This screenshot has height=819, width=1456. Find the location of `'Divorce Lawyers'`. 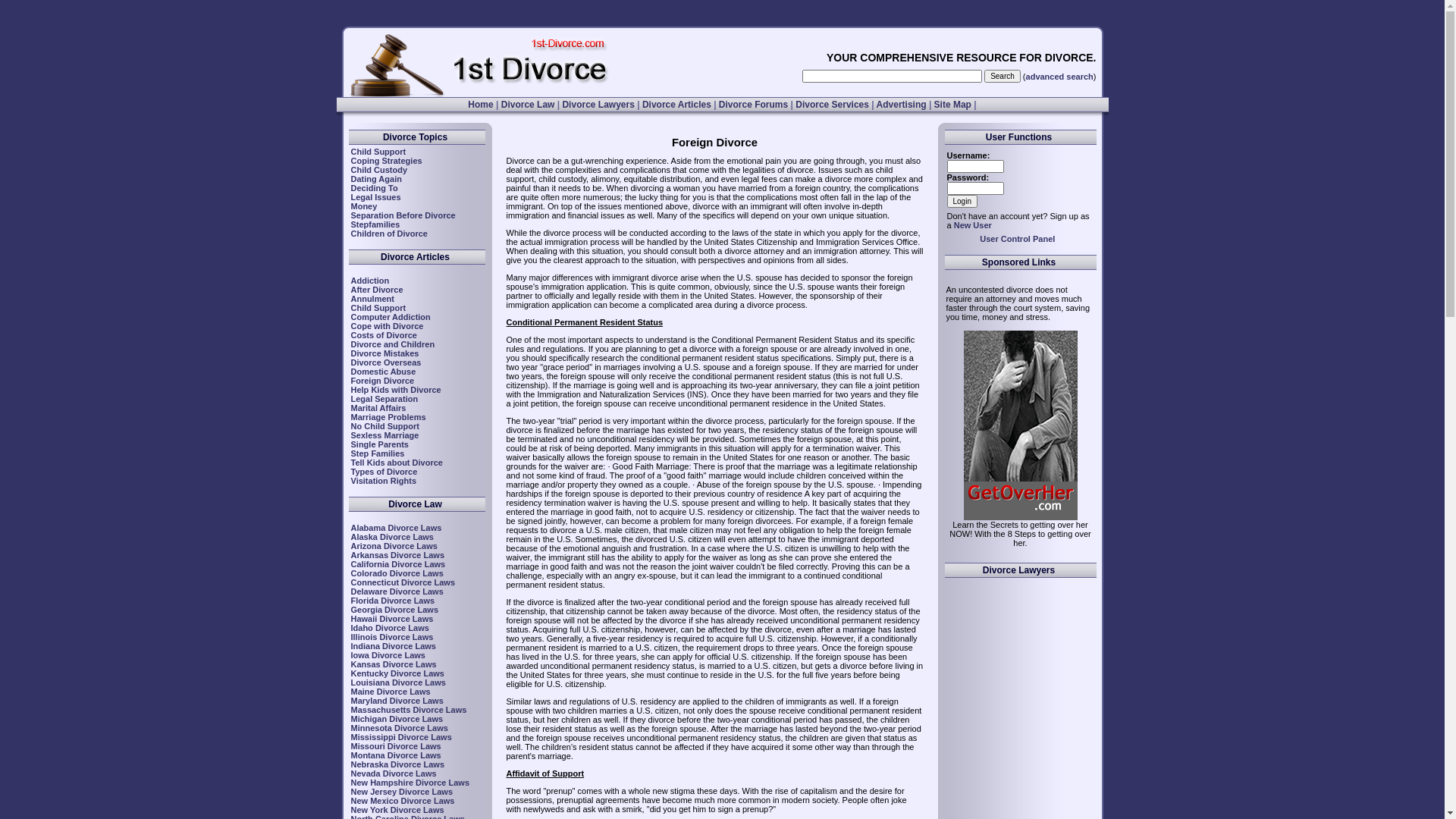

'Divorce Lawyers' is located at coordinates (597, 104).